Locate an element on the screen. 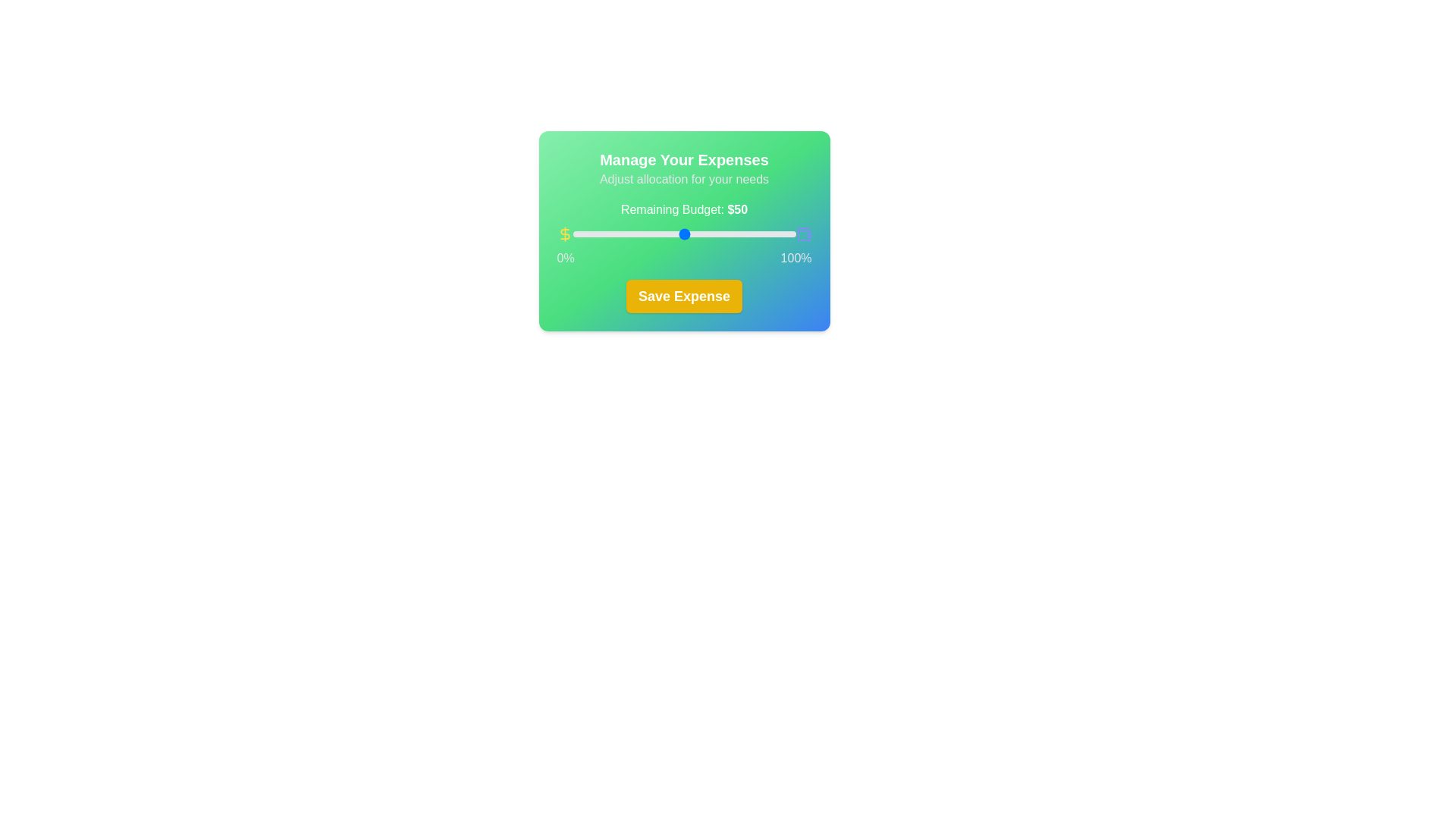 The image size is (1456, 819). the slider to set the budget allocation to 33% is located at coordinates (646, 234).